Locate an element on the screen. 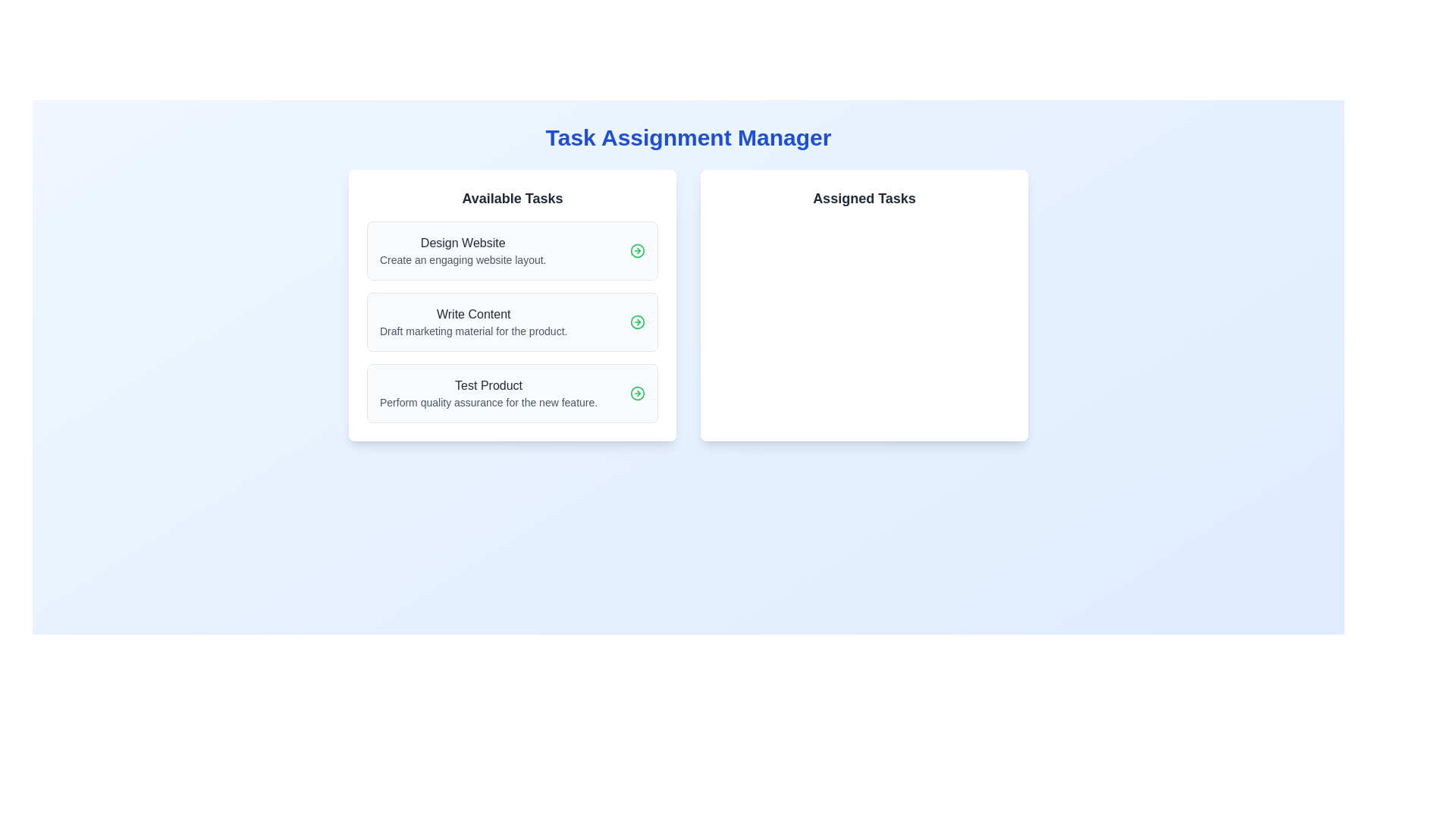 The image size is (1456, 819). the Text label providing additional details for the task named 'Test Product', located below the bold text in the task card is located at coordinates (488, 402).